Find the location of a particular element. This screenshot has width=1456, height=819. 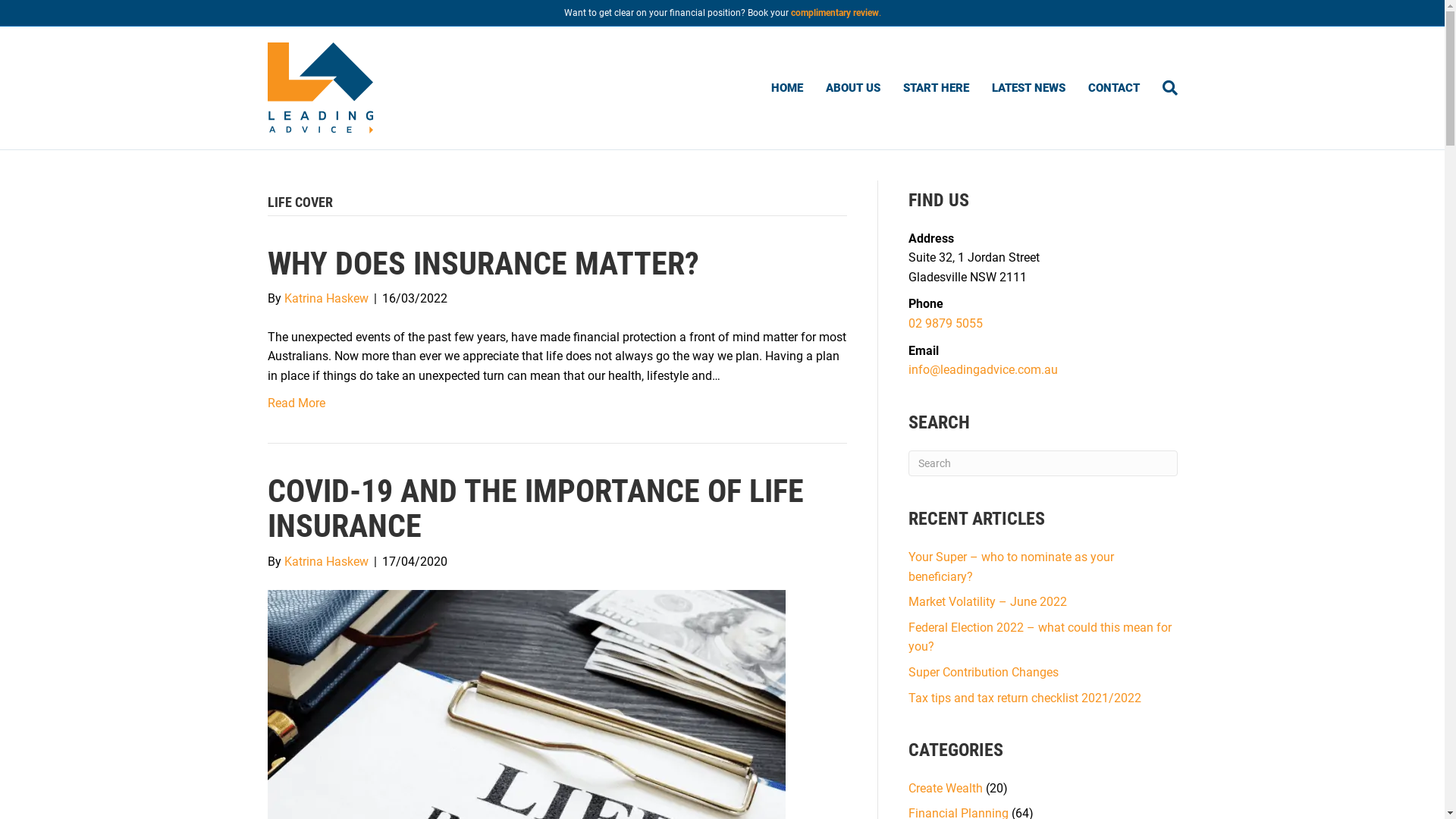

'info@leadingadvice.com.au' is located at coordinates (908, 369).